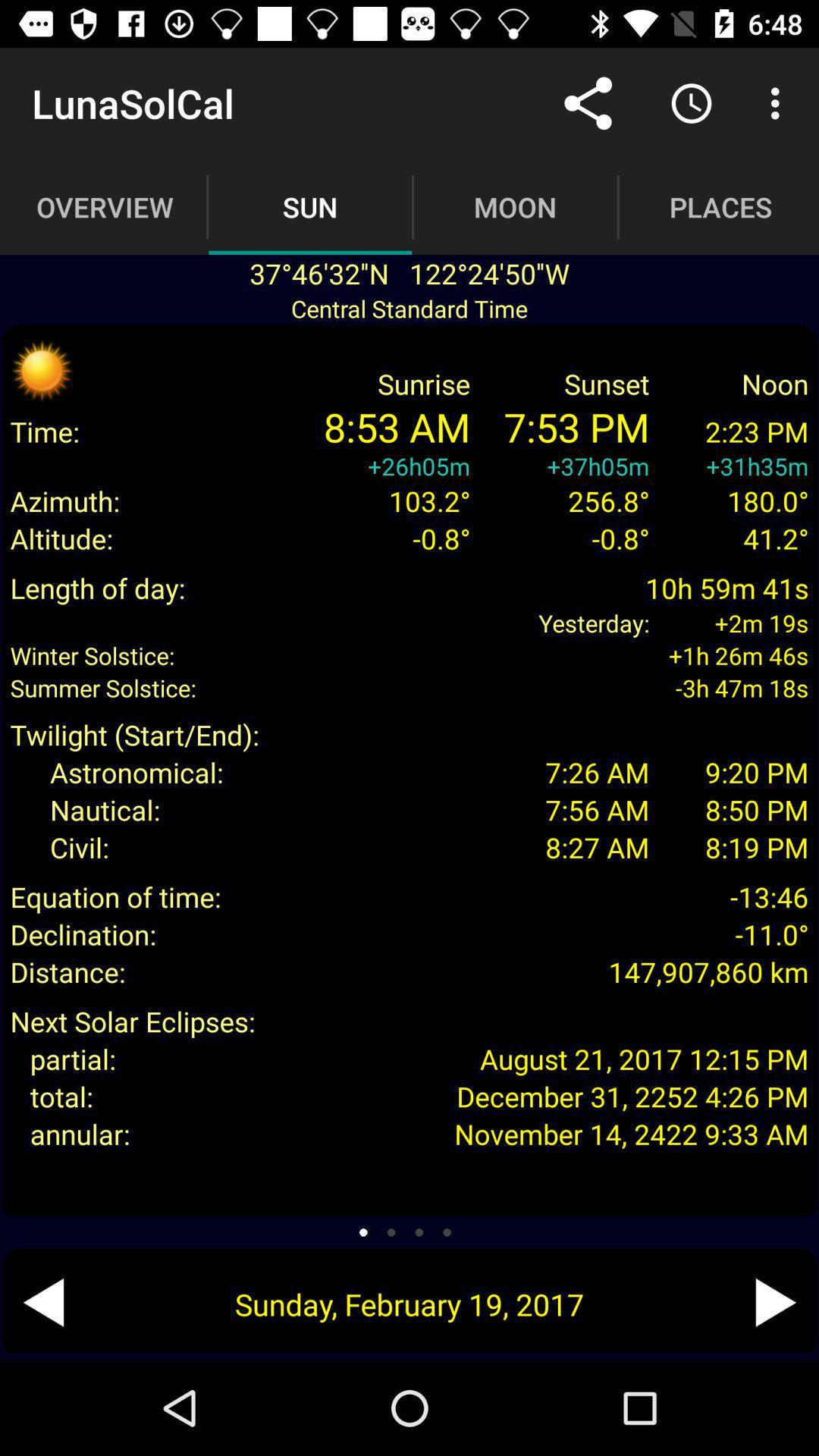 This screenshot has width=819, height=1456. Describe the element at coordinates (42, 1301) in the screenshot. I see `the arrow_backward icon` at that location.